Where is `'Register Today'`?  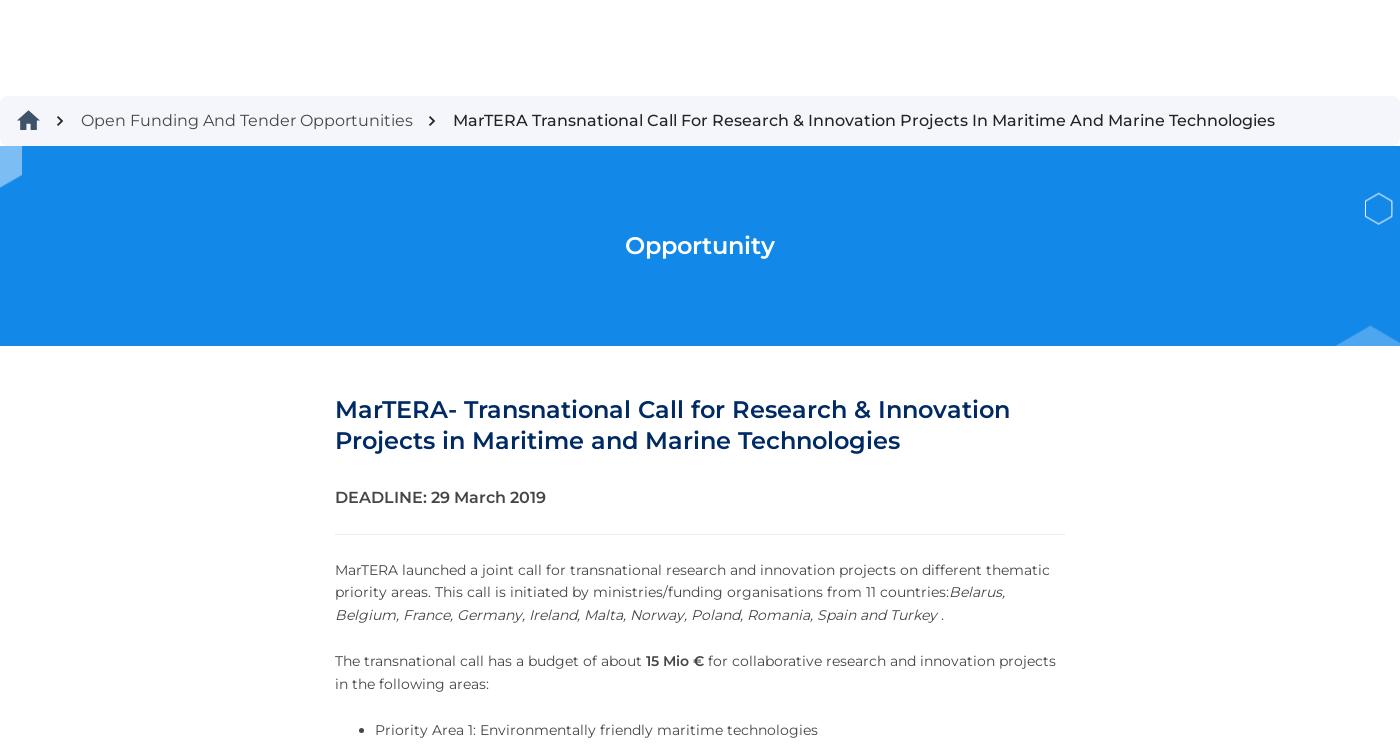 'Register Today' is located at coordinates (964, 249).